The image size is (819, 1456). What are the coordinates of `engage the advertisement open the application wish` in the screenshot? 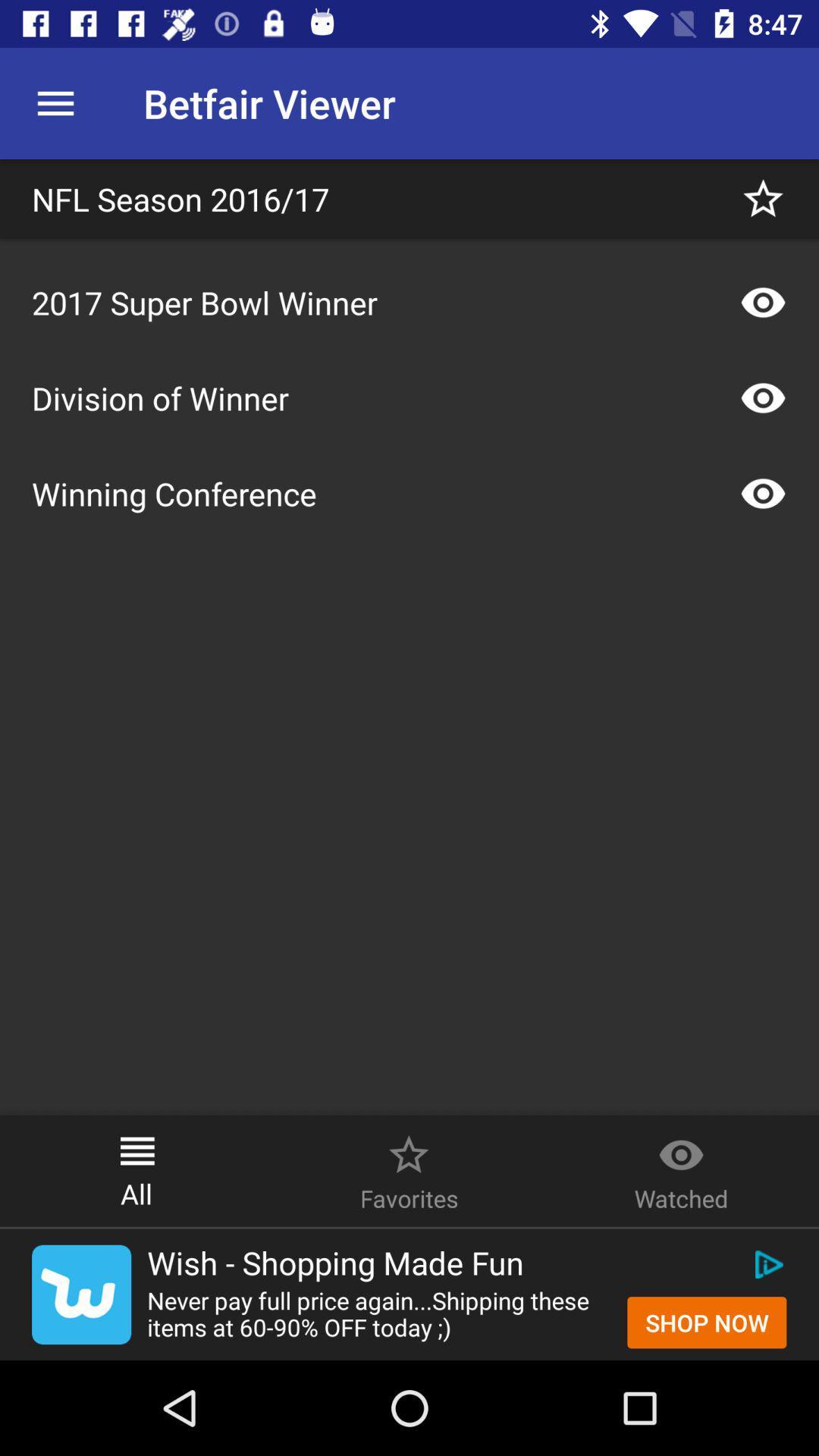 It's located at (81, 1294).